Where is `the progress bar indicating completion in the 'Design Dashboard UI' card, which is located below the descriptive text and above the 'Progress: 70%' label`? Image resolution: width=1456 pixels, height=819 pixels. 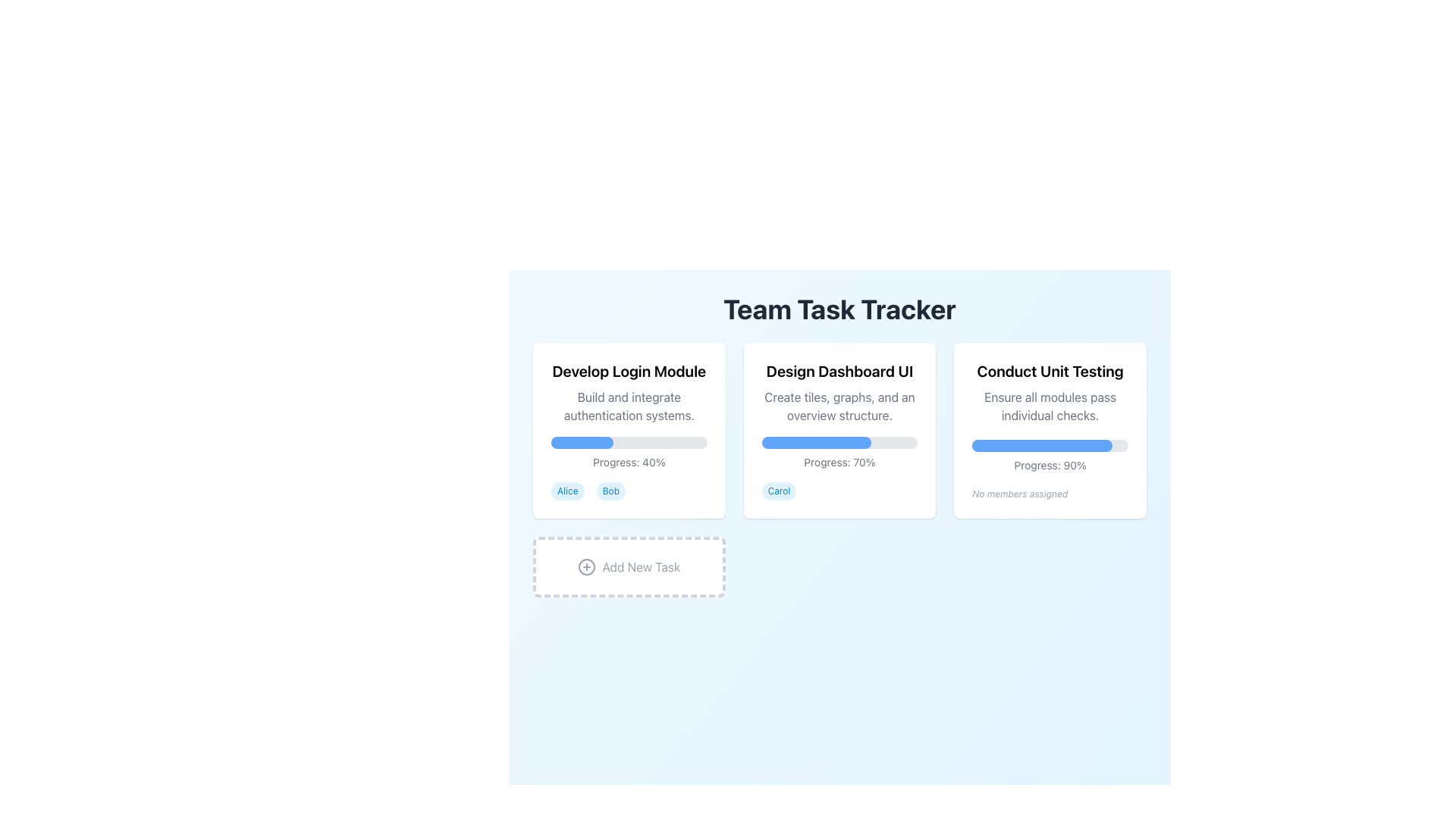
the progress bar indicating completion in the 'Design Dashboard UI' card, which is located below the descriptive text and above the 'Progress: 70%' label is located at coordinates (839, 442).